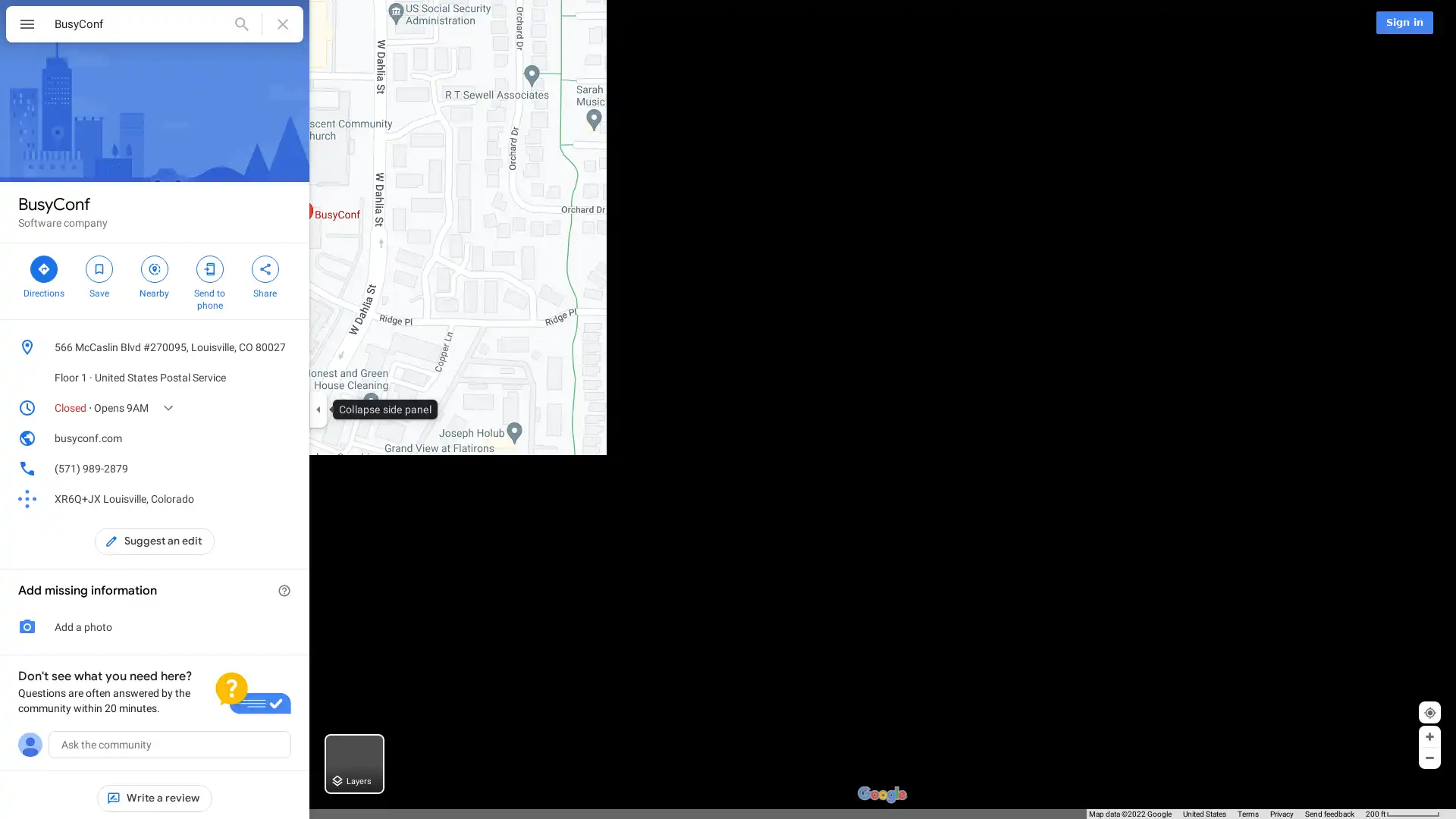  Describe the element at coordinates (209, 281) in the screenshot. I see `Send BusyConf to your phone` at that location.